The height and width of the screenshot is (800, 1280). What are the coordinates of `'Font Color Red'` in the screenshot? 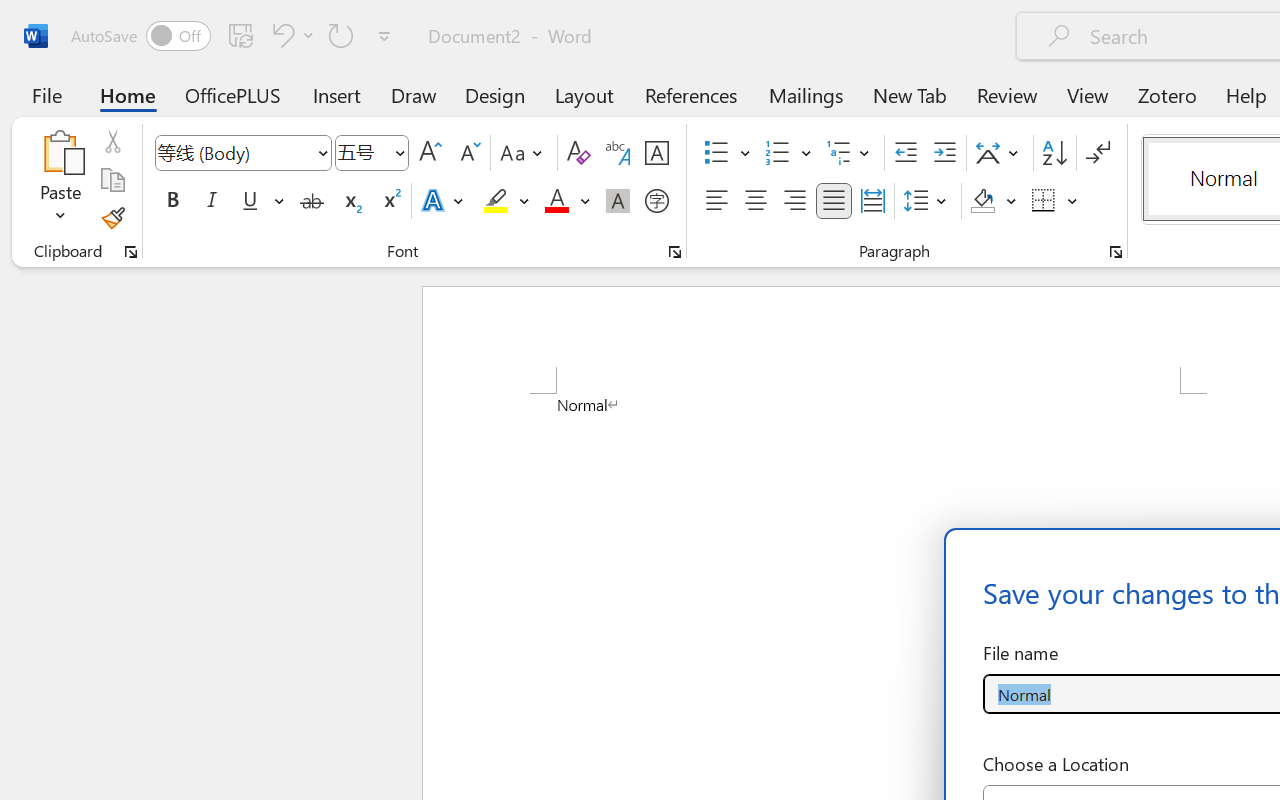 It's located at (556, 201).